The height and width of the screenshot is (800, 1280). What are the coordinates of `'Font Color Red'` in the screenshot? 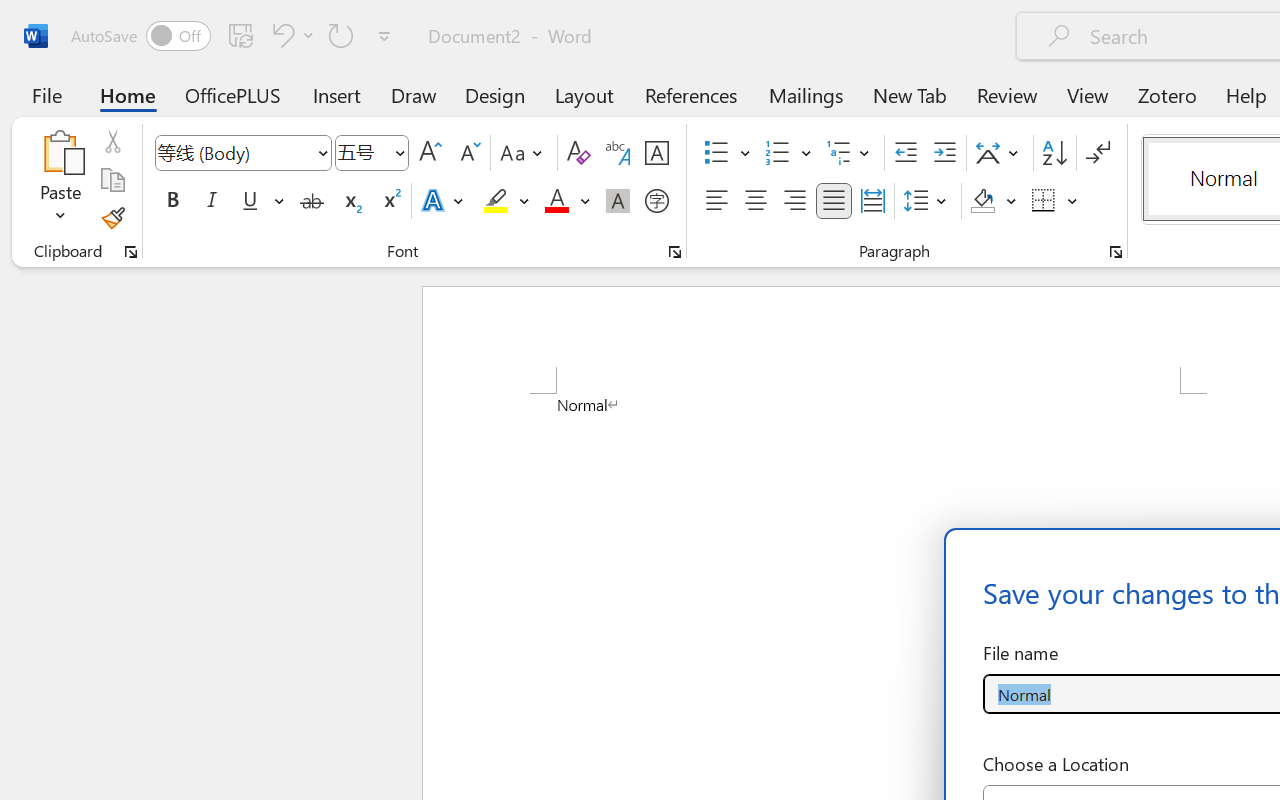 It's located at (556, 201).